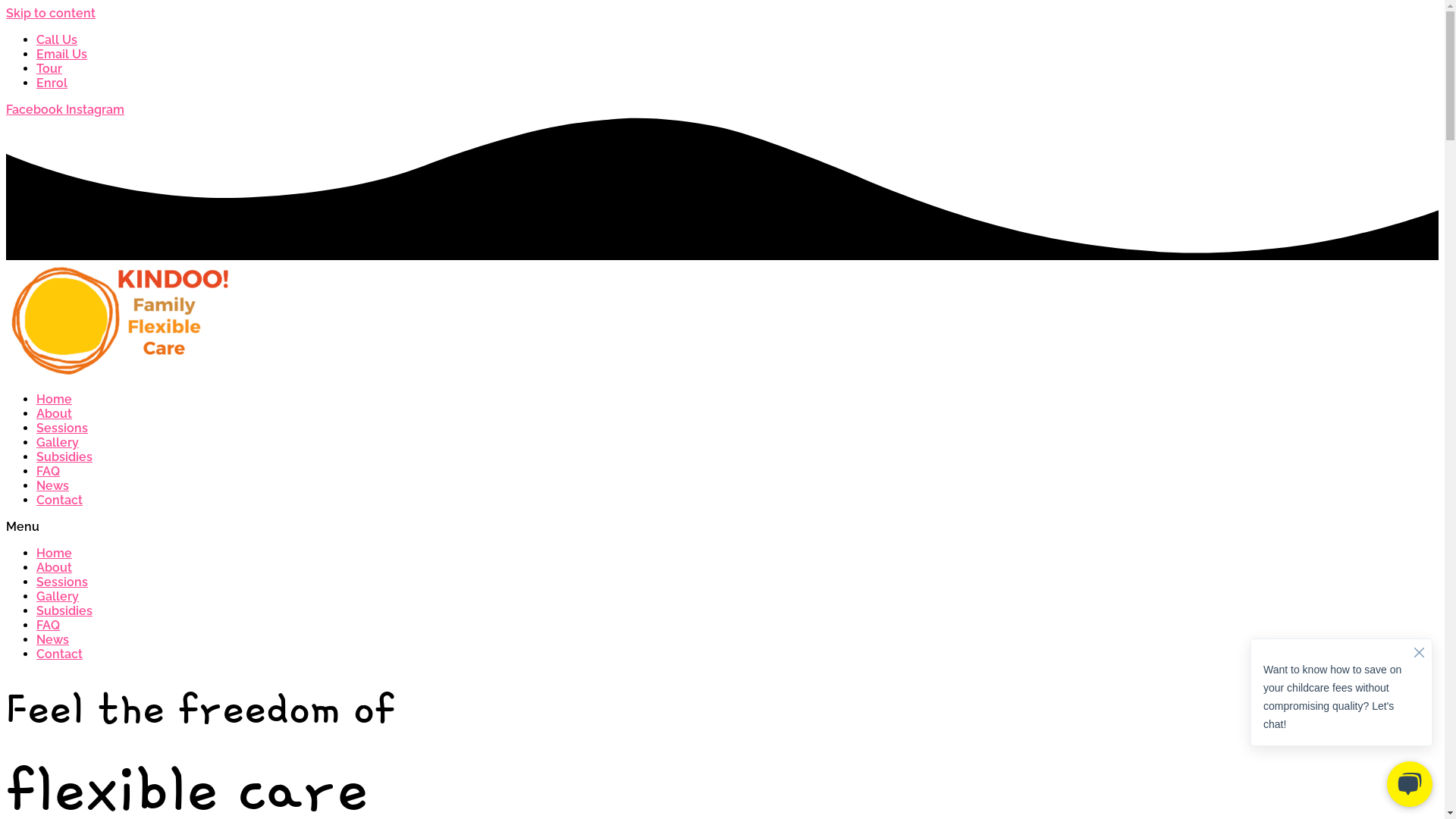  Describe the element at coordinates (94, 108) in the screenshot. I see `'Instagram'` at that location.